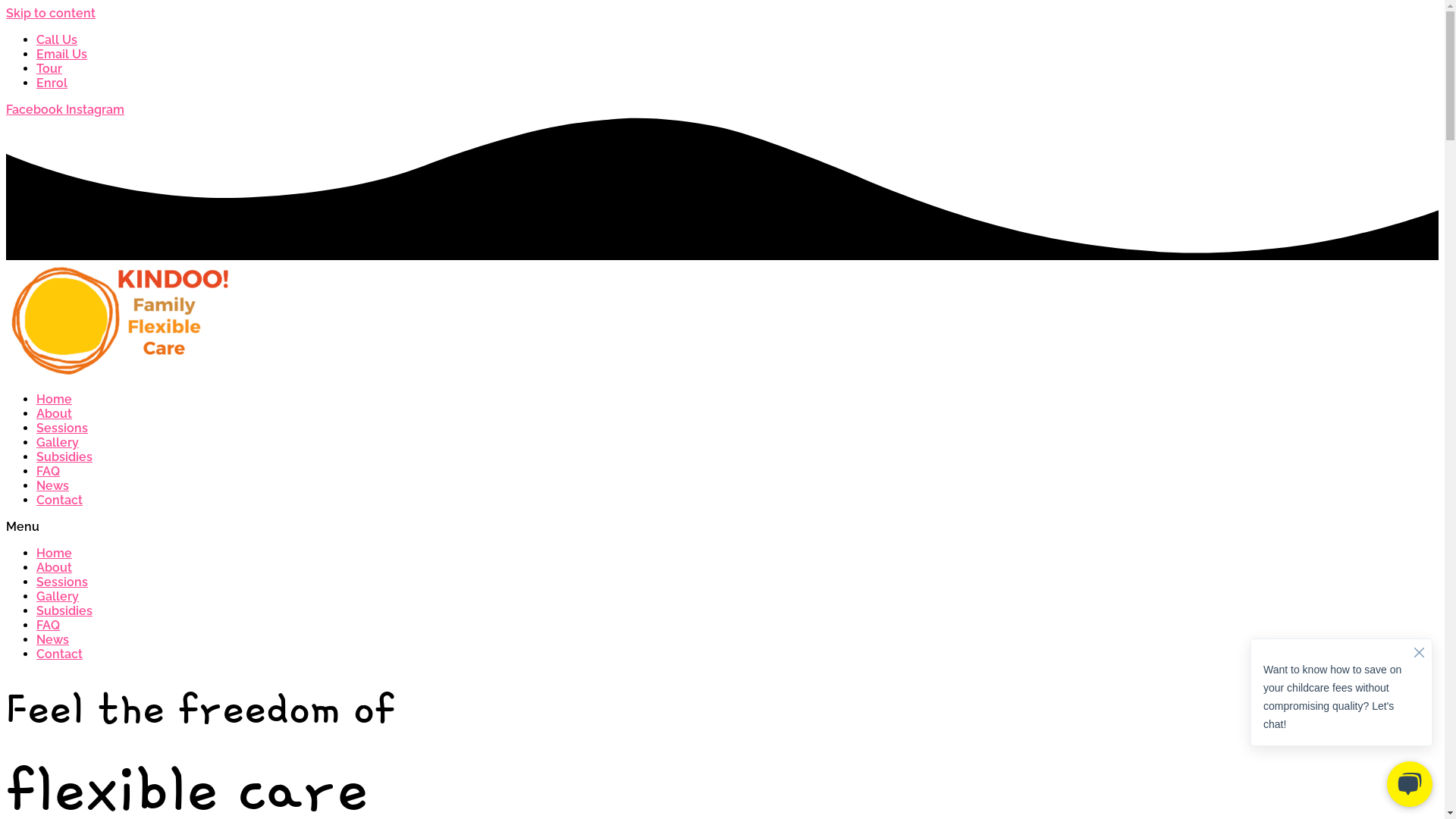  Describe the element at coordinates (94, 108) in the screenshot. I see `'Instagram'` at that location.